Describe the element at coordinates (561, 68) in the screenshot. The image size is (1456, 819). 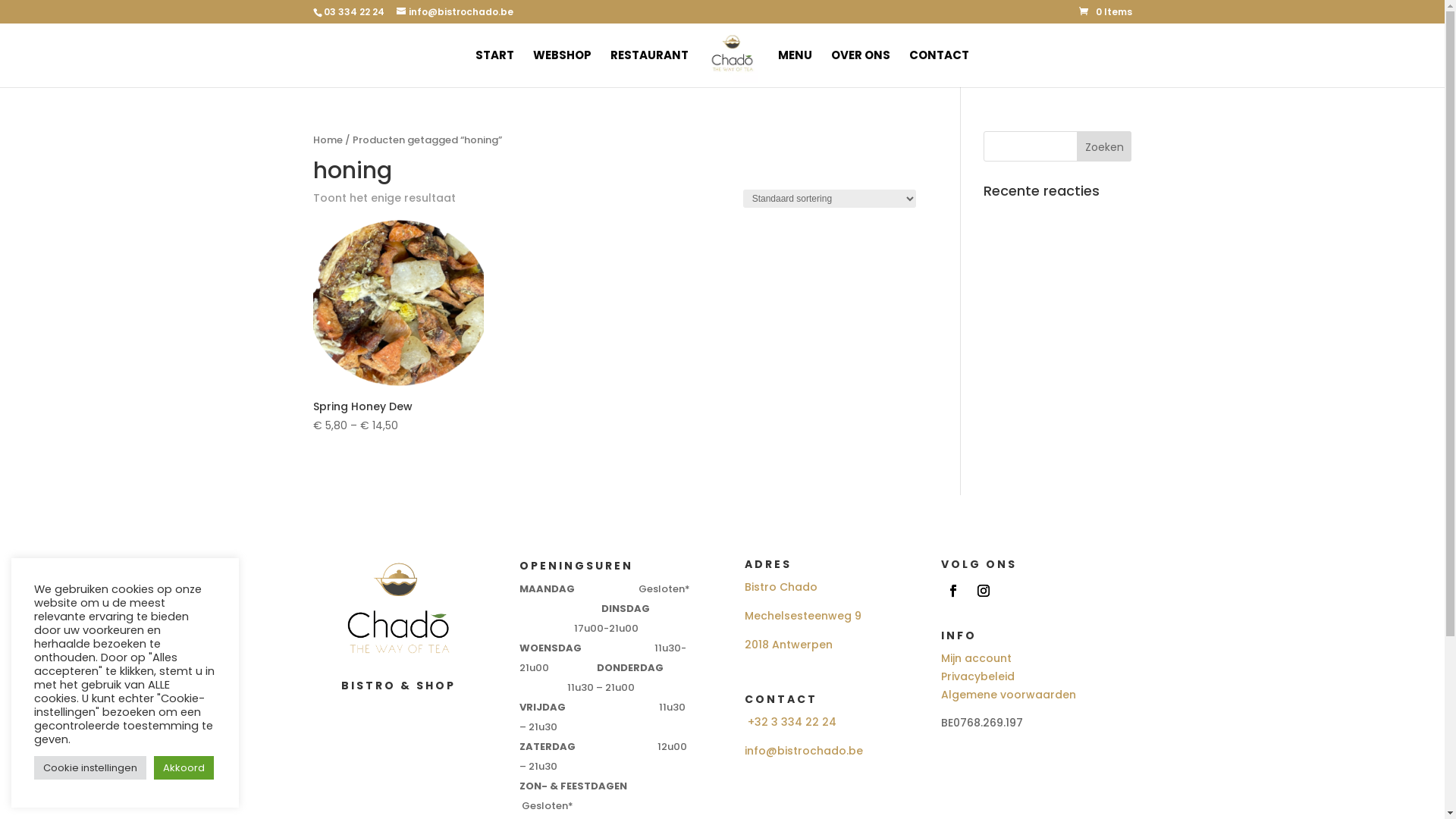
I see `'WEBSHOP'` at that location.